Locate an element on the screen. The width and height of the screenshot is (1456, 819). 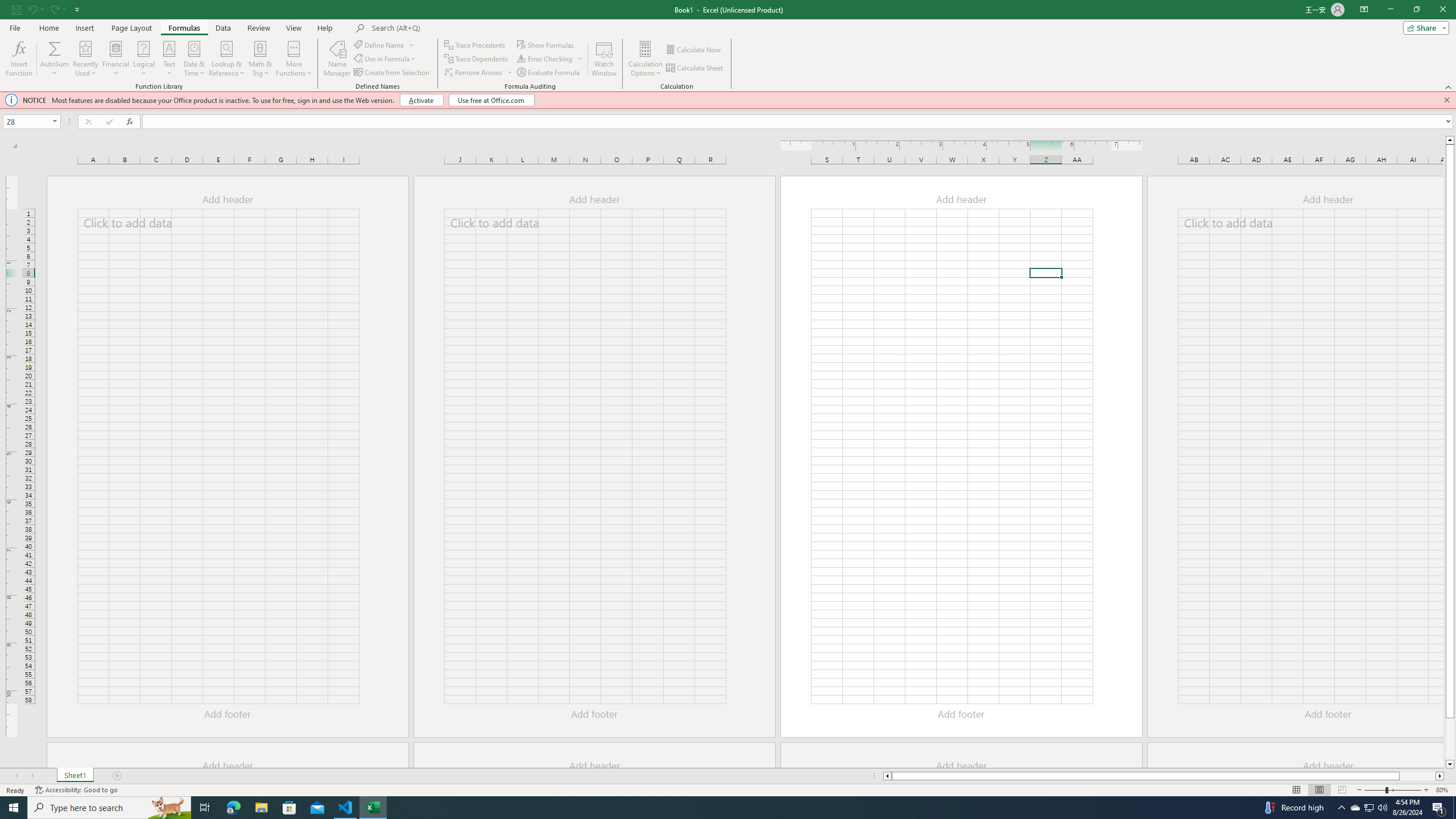
'Calculate Sheet' is located at coordinates (695, 67).